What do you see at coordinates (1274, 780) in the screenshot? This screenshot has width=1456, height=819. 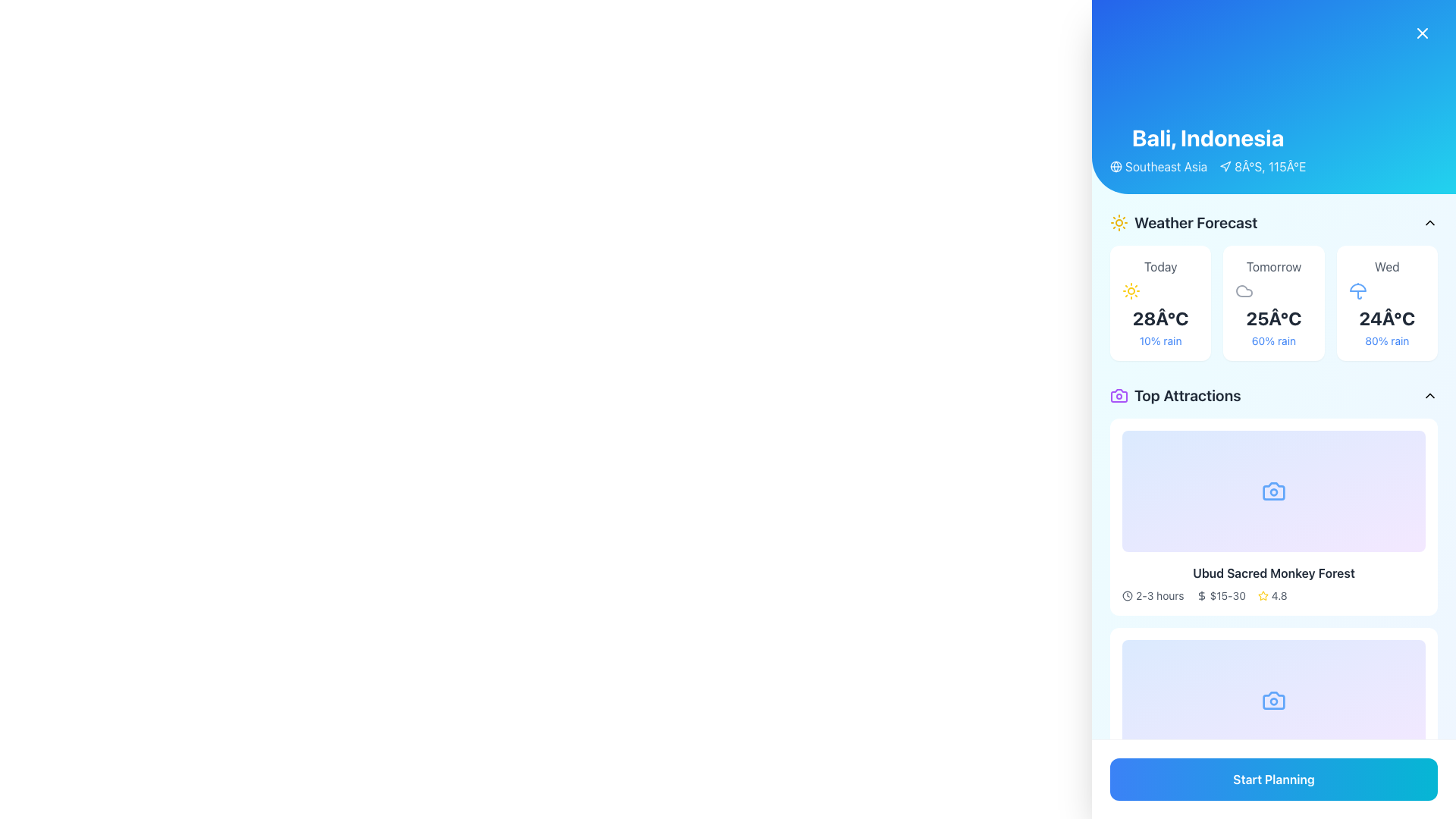 I see `the 'Start Planning' button, which is a wide rectangular button with rounded corners, featuring a gradient background from blue to cyan and white bold sans-serif text, located at the bottom right of the panel` at bounding box center [1274, 780].